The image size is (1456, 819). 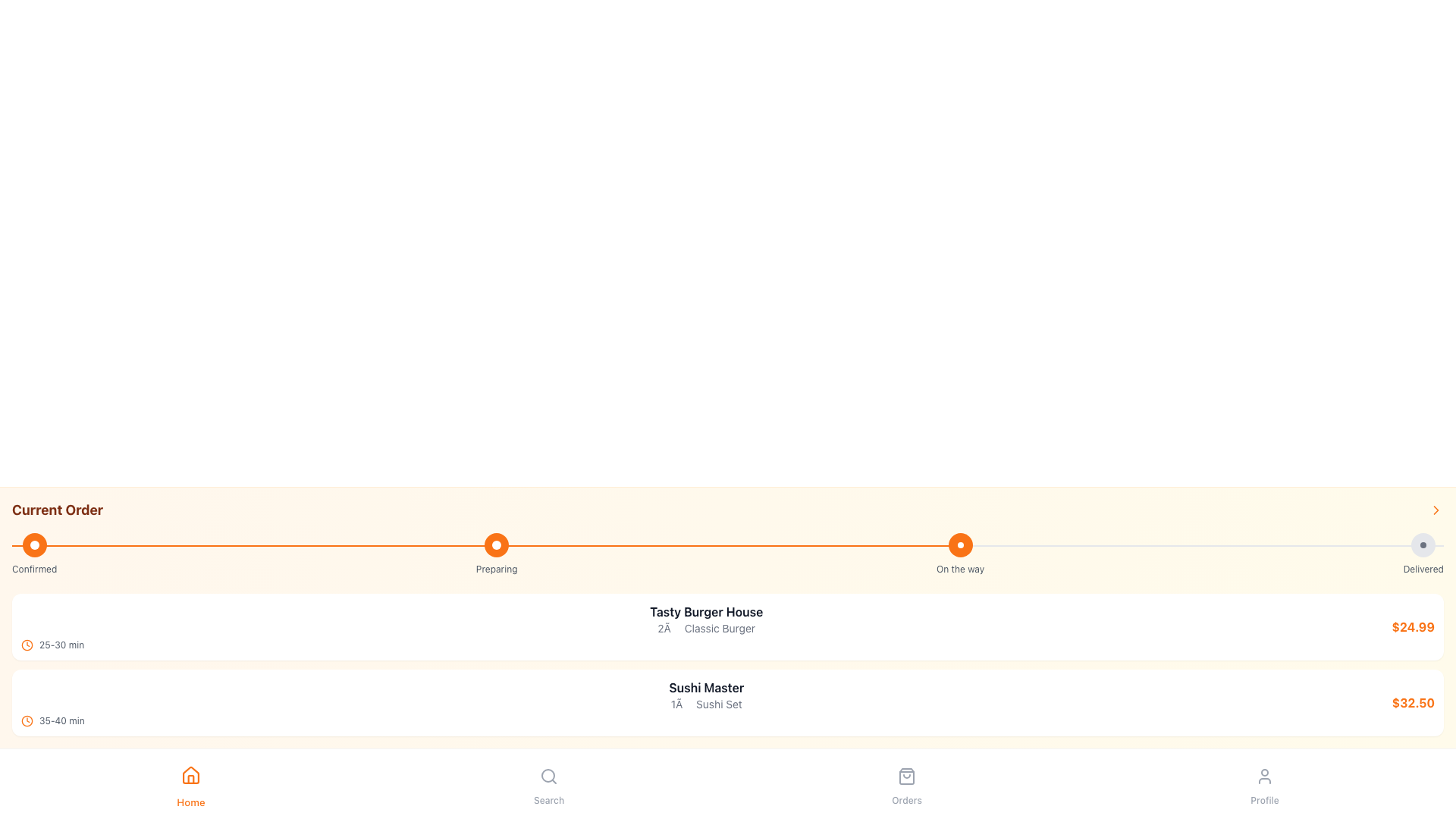 What do you see at coordinates (497, 544) in the screenshot?
I see `the Circular progress step indicator that represents the 'Preparing' stage in the multi-step progress indicator` at bounding box center [497, 544].